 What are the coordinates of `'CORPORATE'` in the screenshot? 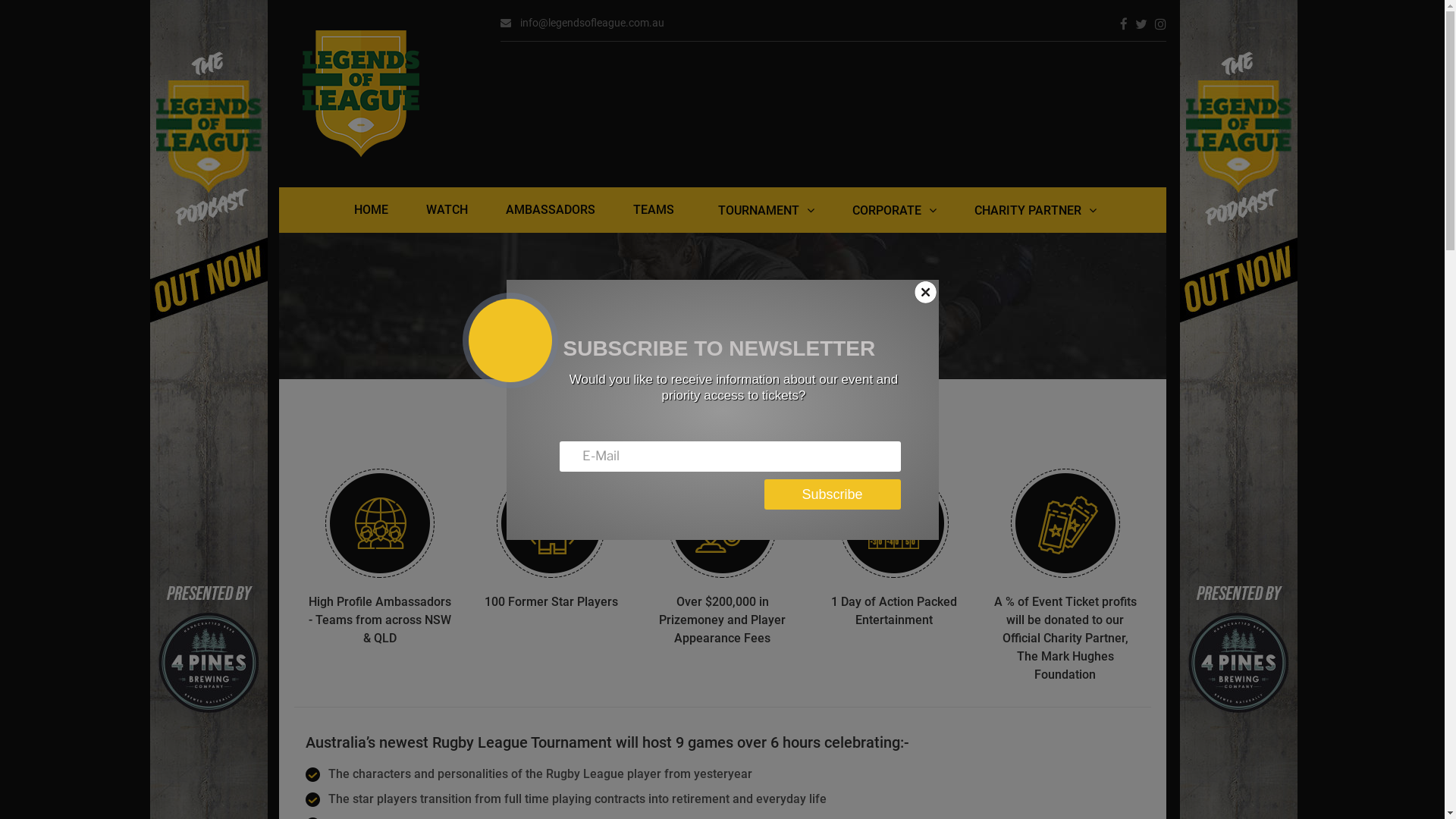 It's located at (894, 210).